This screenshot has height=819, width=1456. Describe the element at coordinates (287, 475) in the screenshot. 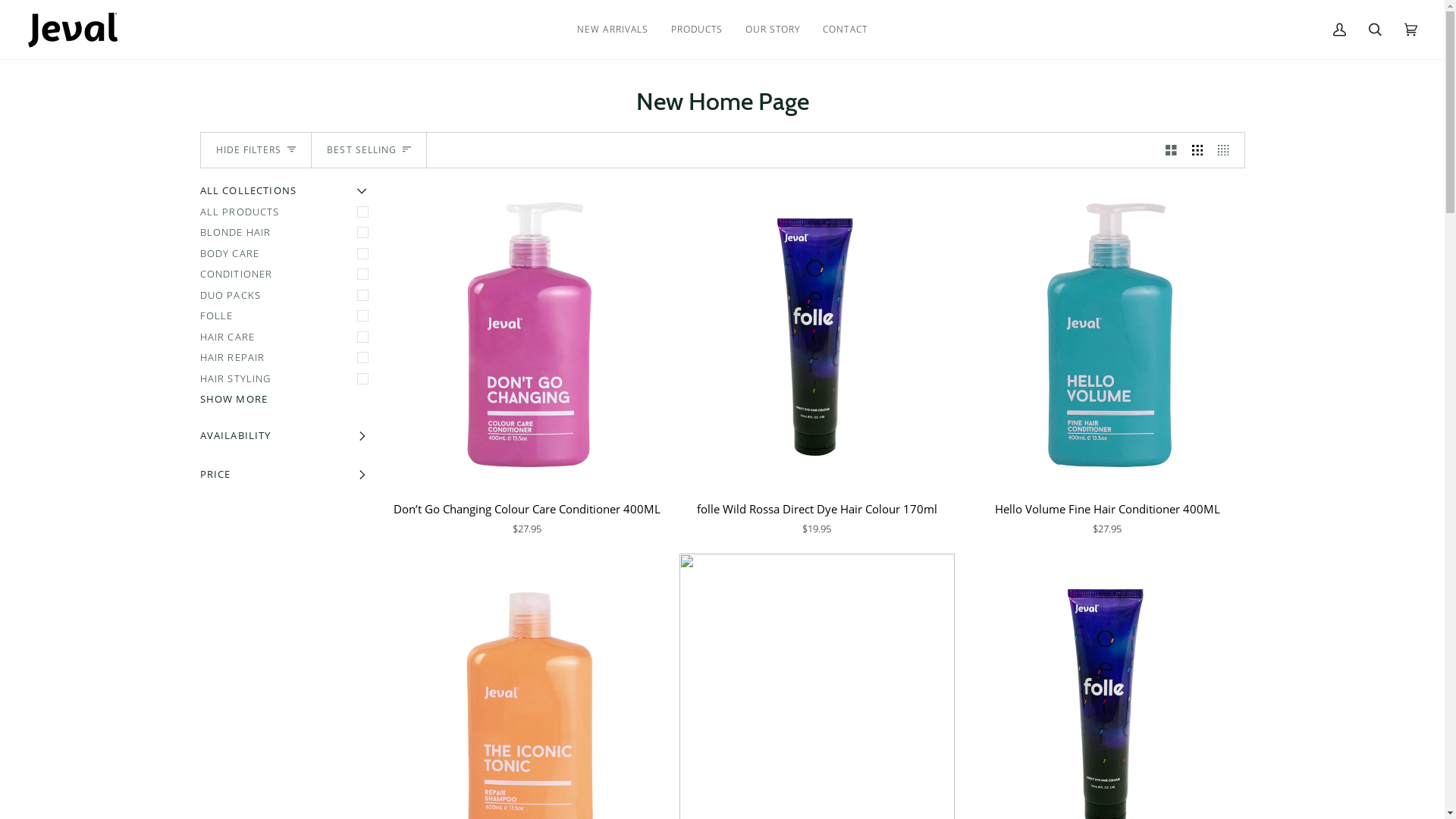

I see `'PRICE` at that location.